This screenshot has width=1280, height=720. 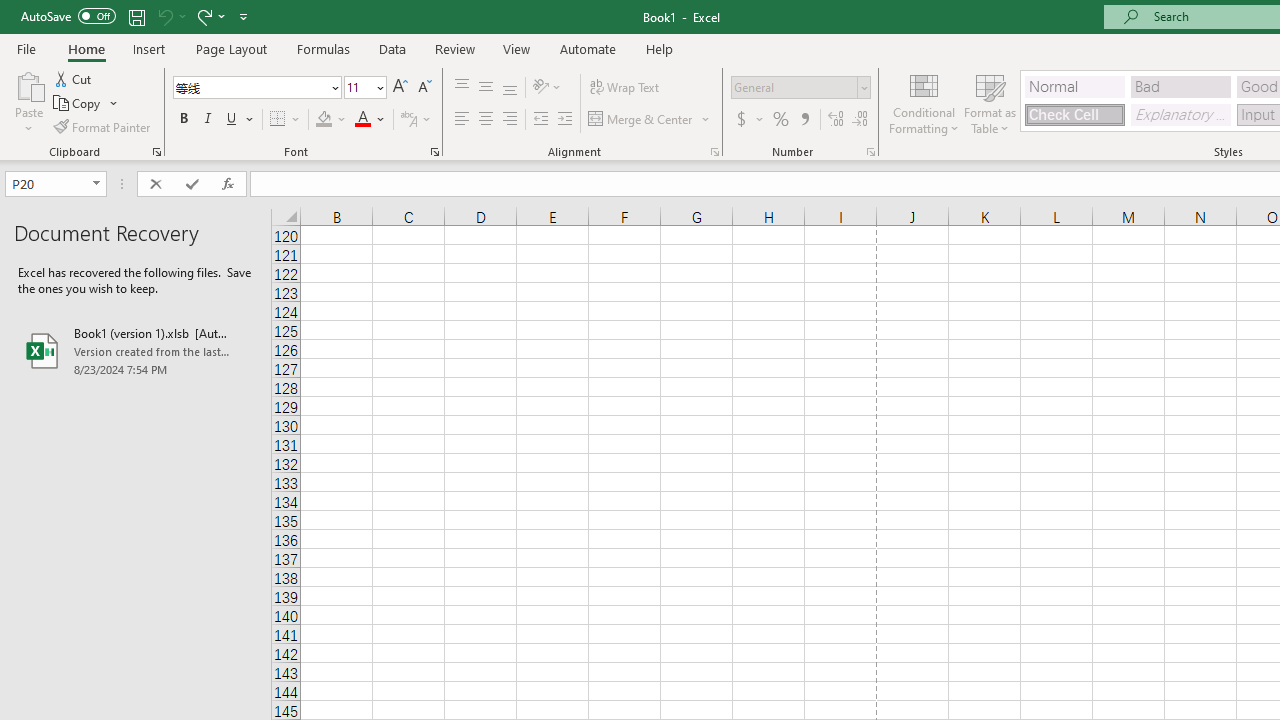 I want to click on 'Orientation', so click(x=547, y=86).